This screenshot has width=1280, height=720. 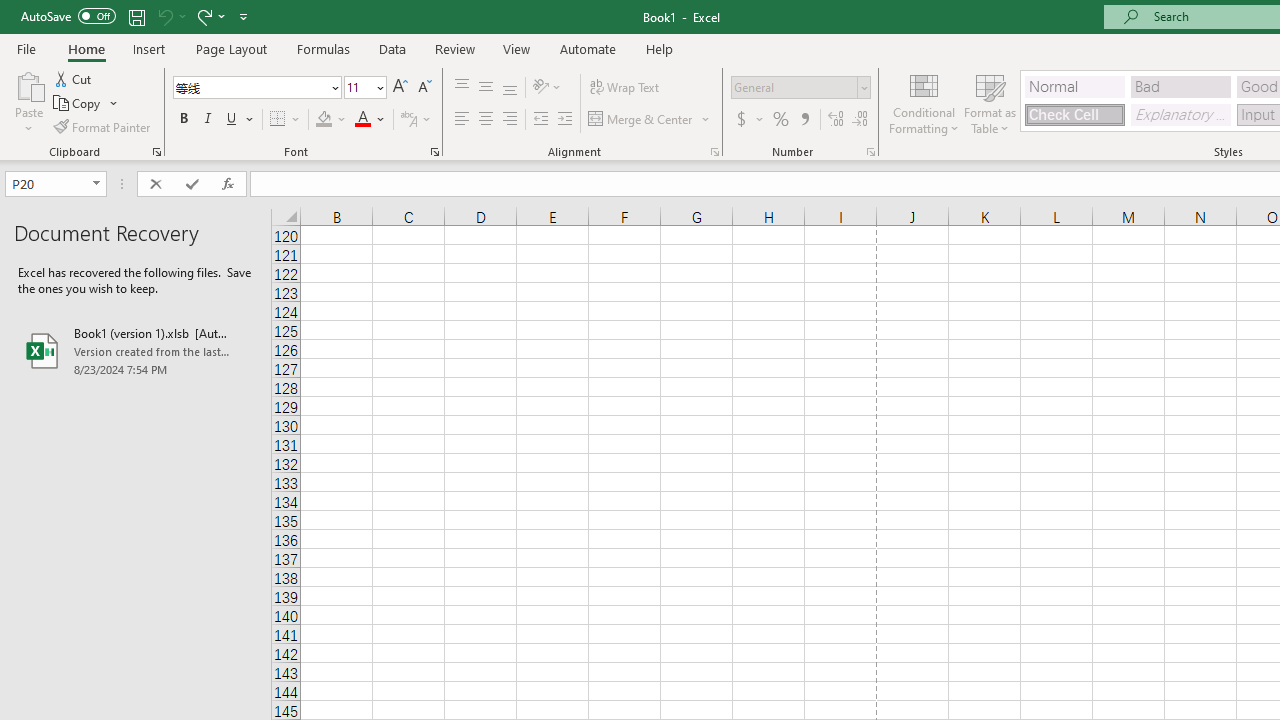 I want to click on 'Orientation', so click(x=547, y=86).